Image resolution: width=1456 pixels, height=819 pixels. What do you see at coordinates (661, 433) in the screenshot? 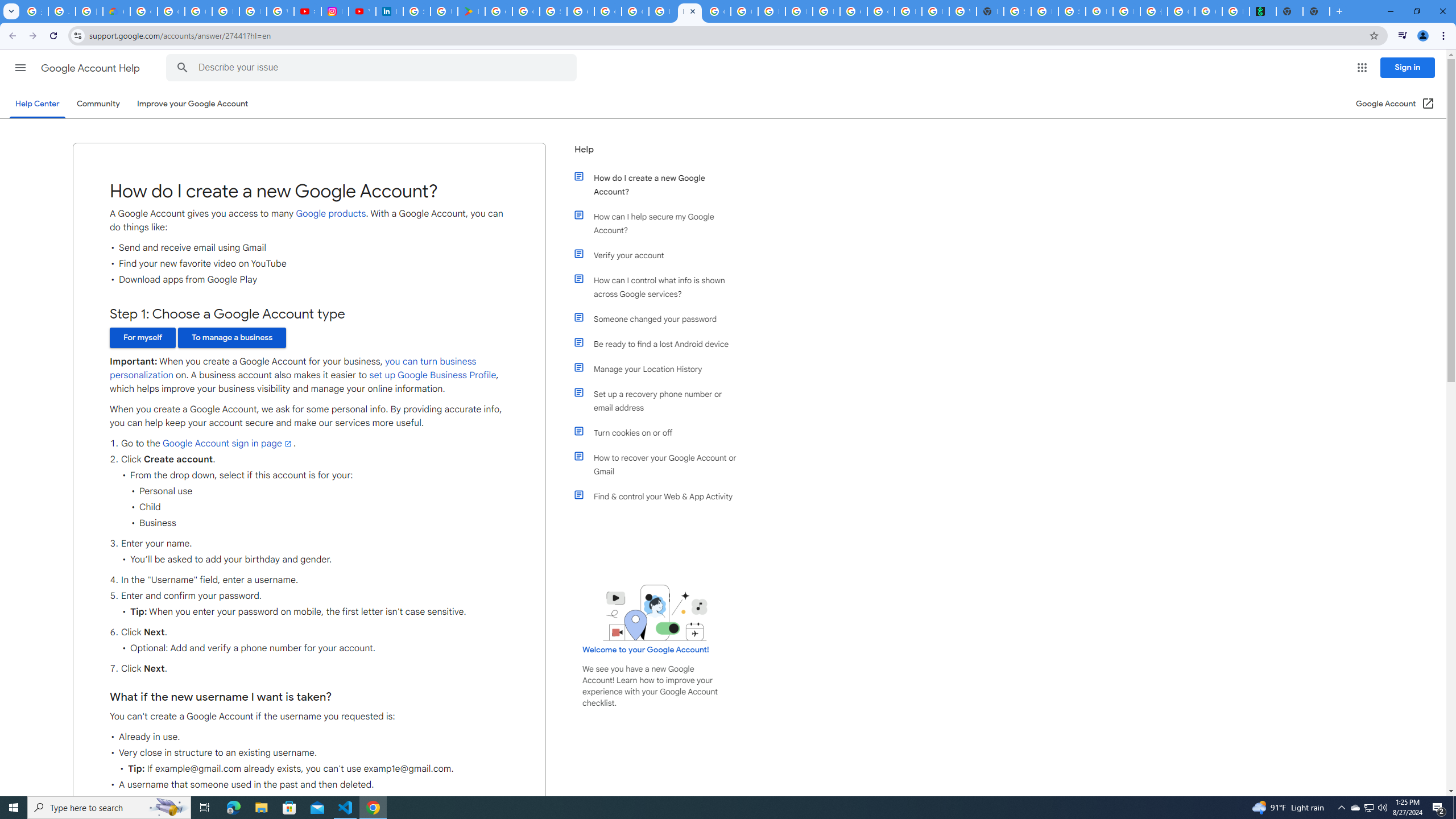
I see `'Turn cookies on or off'` at bounding box center [661, 433].